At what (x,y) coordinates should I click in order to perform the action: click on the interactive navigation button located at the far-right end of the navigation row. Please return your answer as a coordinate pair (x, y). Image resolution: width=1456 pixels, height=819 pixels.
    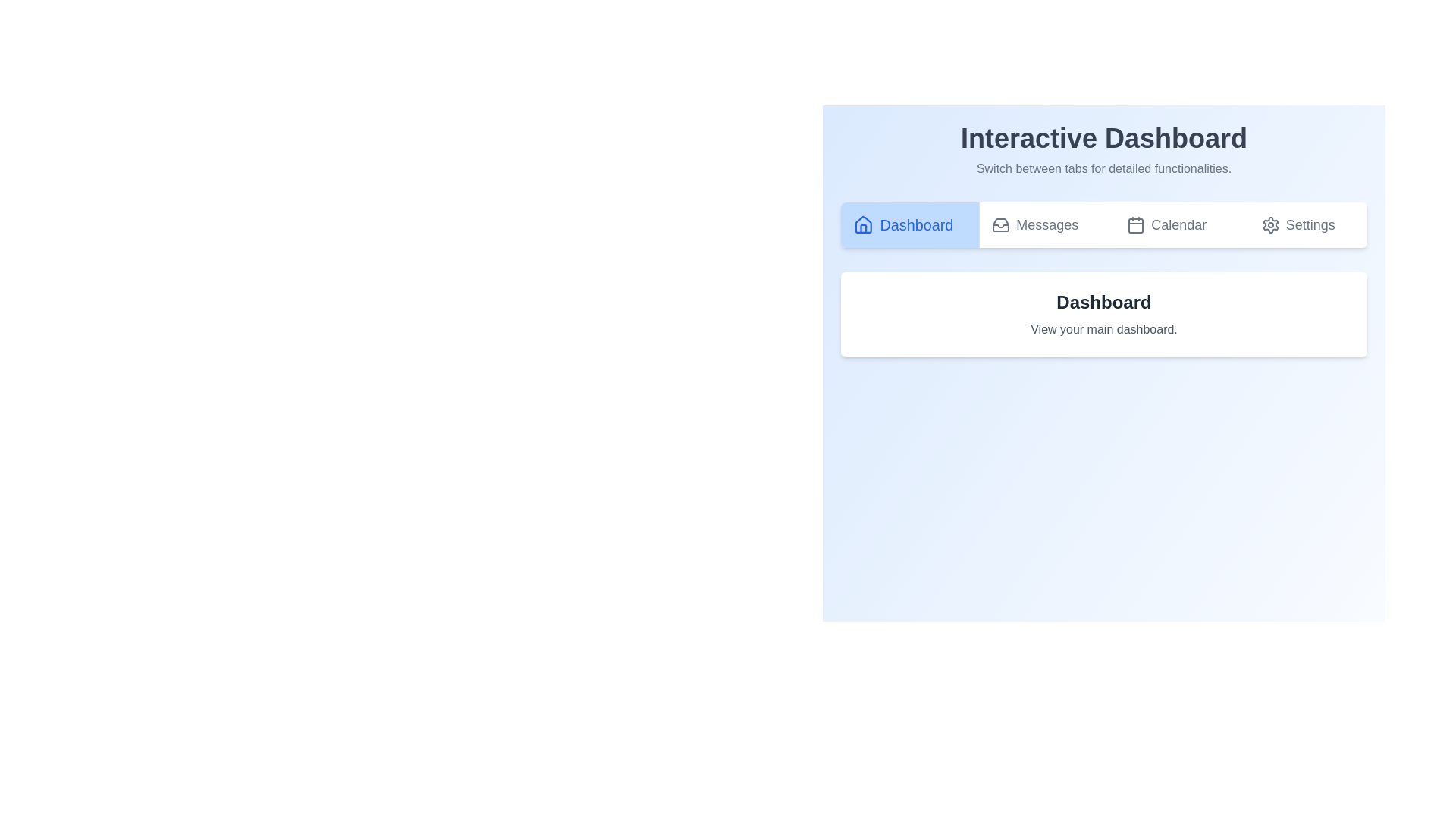
    Looking at the image, I should click on (1301, 225).